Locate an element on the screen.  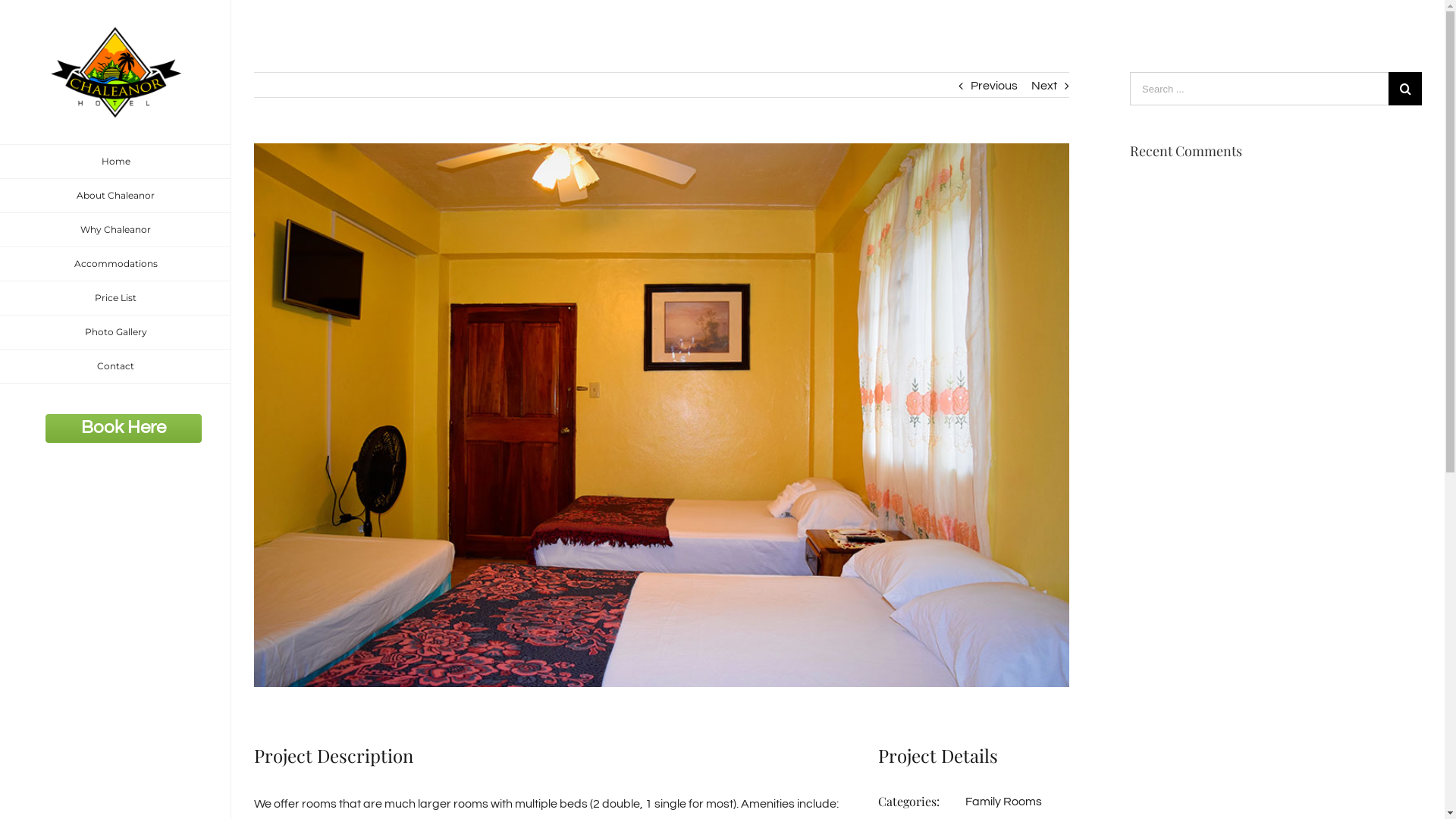
'Price List' is located at coordinates (115, 298).